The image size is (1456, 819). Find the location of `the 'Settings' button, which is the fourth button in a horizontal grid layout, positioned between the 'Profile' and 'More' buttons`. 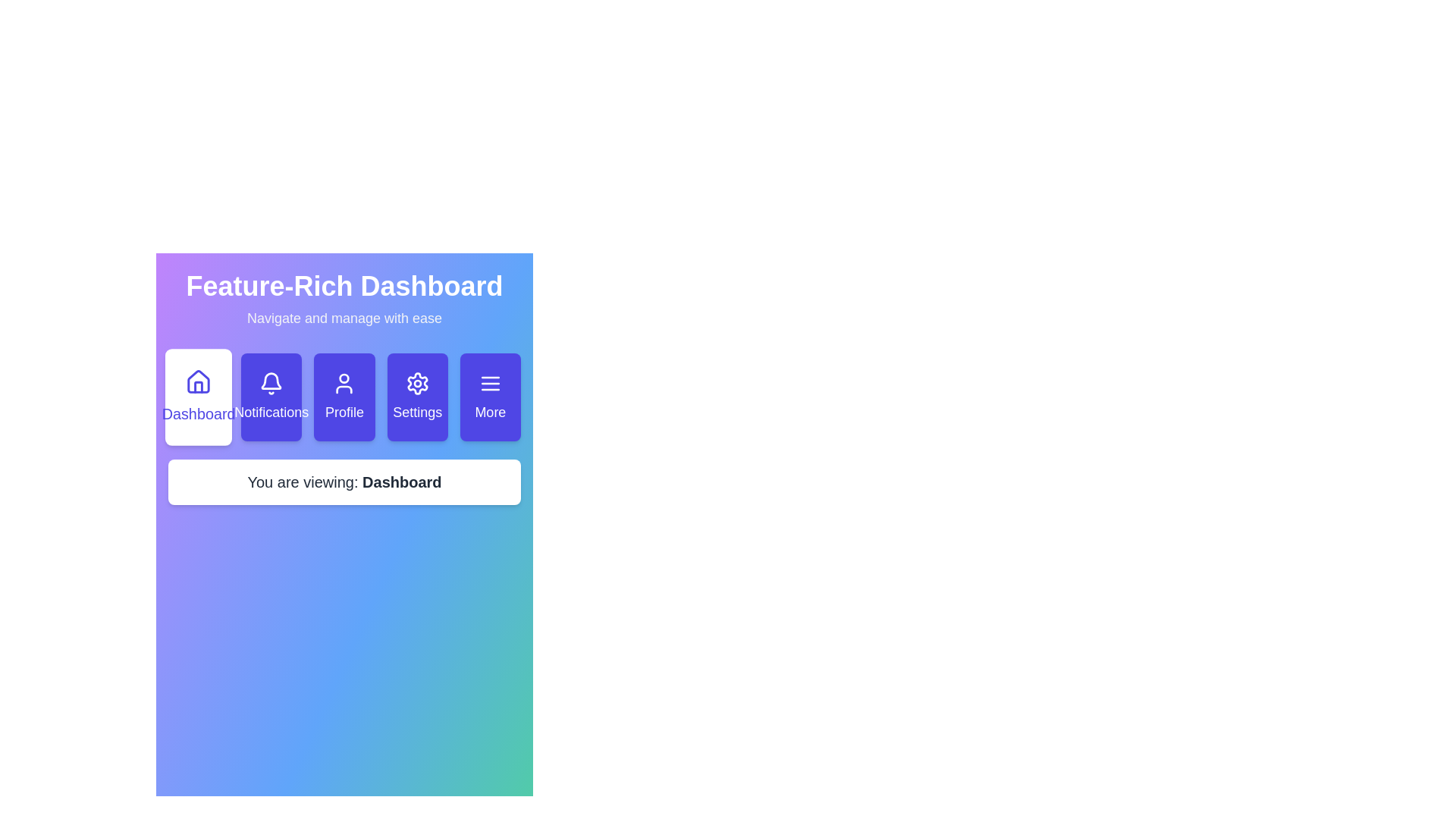

the 'Settings' button, which is the fourth button in a horizontal grid layout, positioned between the 'Profile' and 'More' buttons is located at coordinates (417, 397).